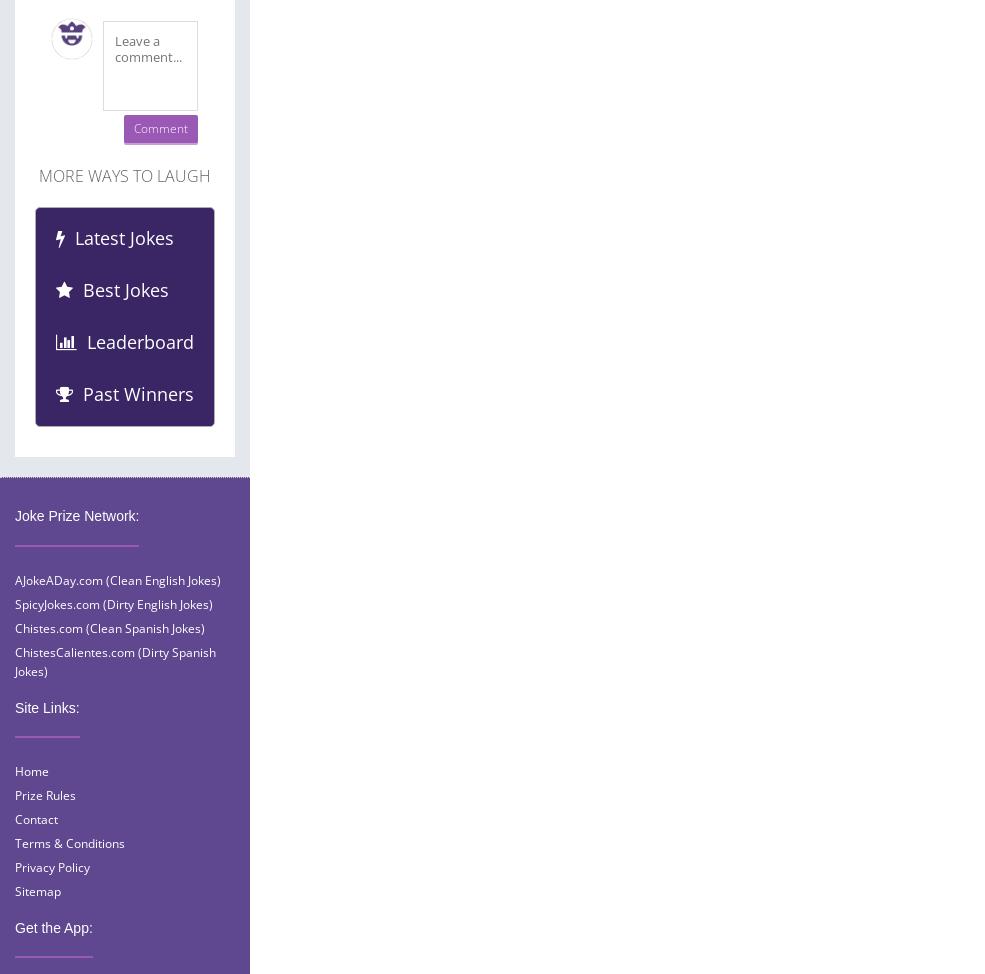 The height and width of the screenshot is (974, 985). I want to click on 'SpicyJokes.com (Dirty English Jokes)', so click(113, 602).